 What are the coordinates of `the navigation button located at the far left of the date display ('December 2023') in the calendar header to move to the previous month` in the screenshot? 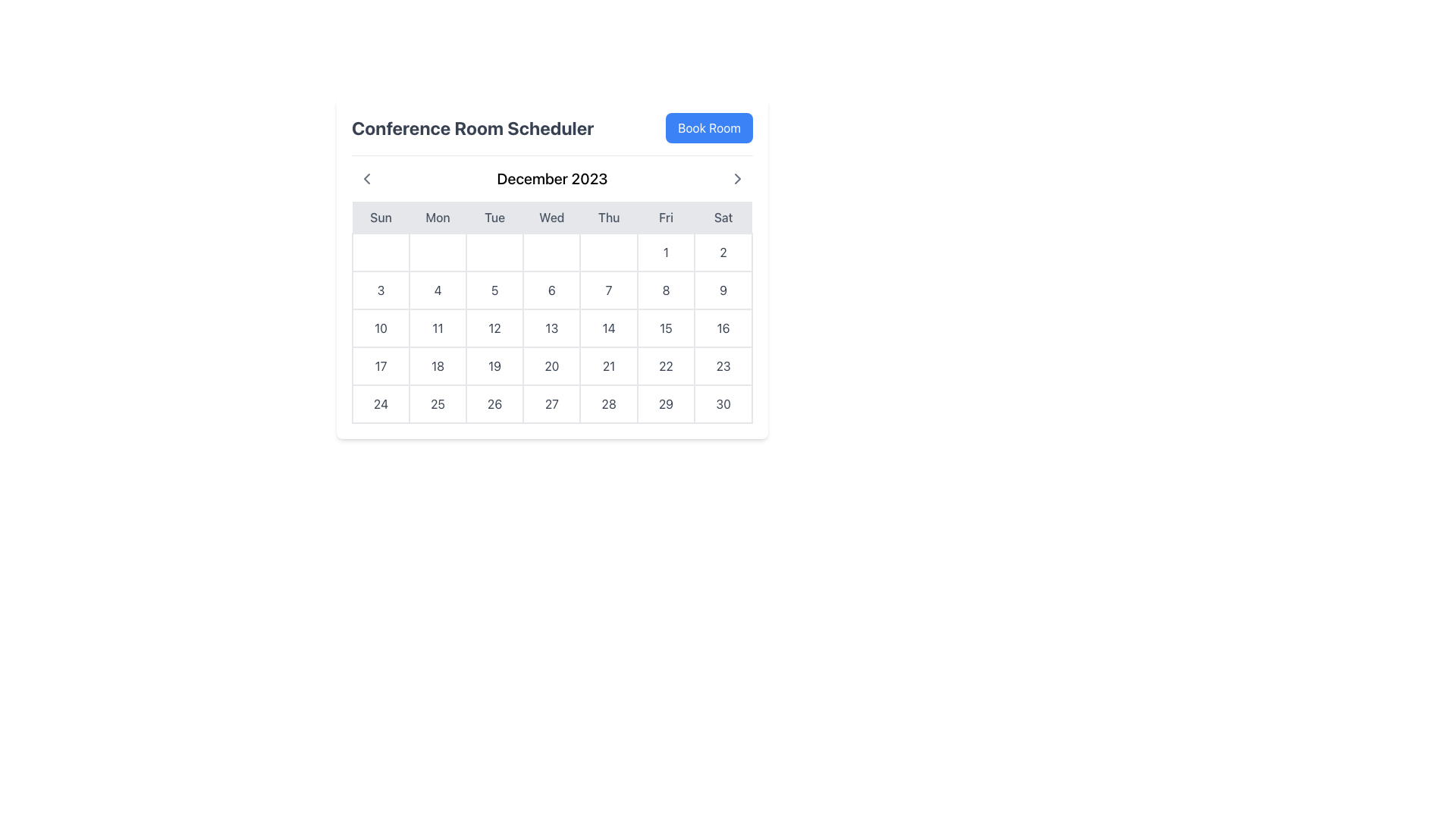 It's located at (367, 177).